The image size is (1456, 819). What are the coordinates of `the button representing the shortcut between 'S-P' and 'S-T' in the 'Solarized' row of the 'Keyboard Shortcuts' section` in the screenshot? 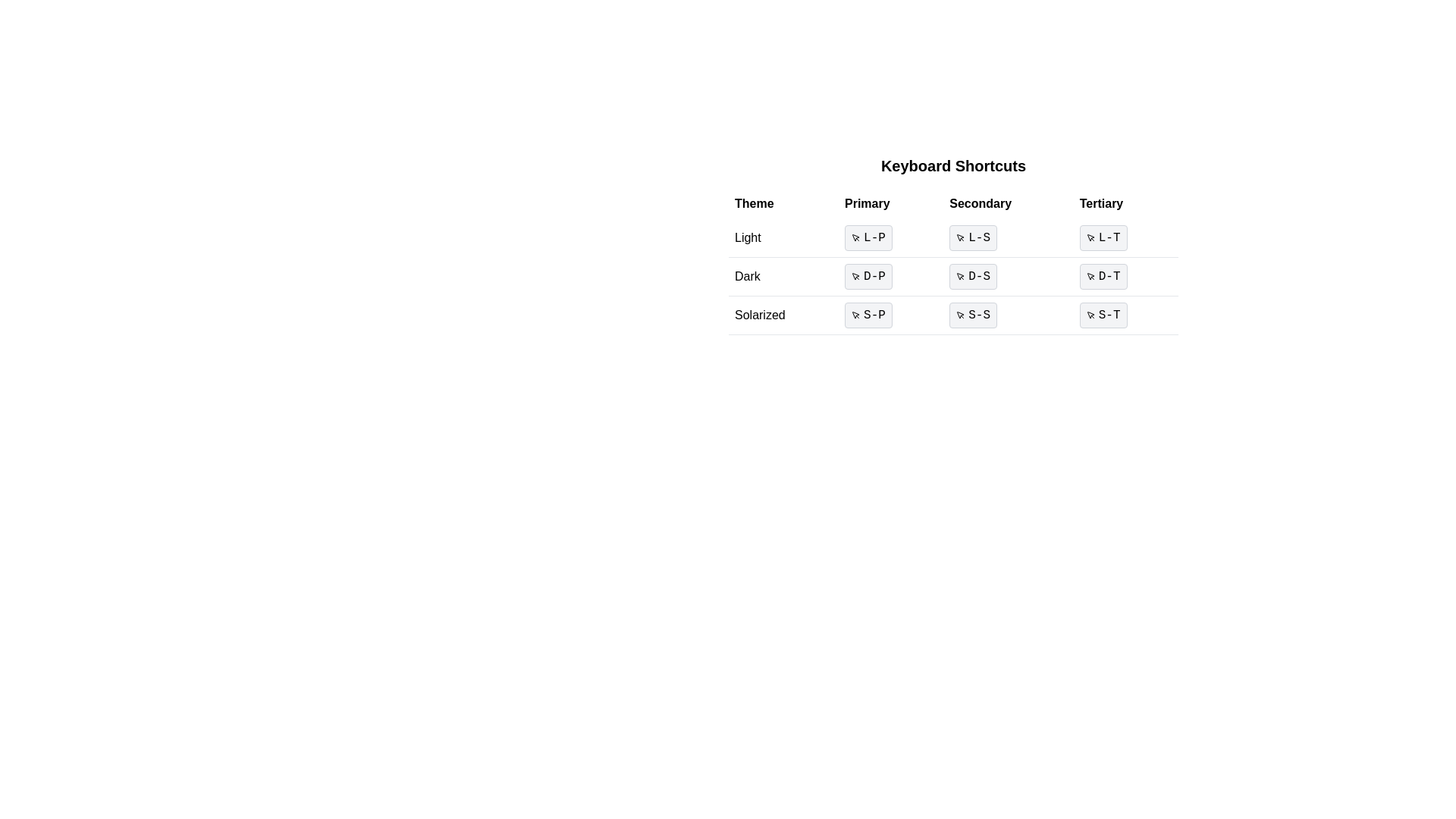 It's located at (952, 315).